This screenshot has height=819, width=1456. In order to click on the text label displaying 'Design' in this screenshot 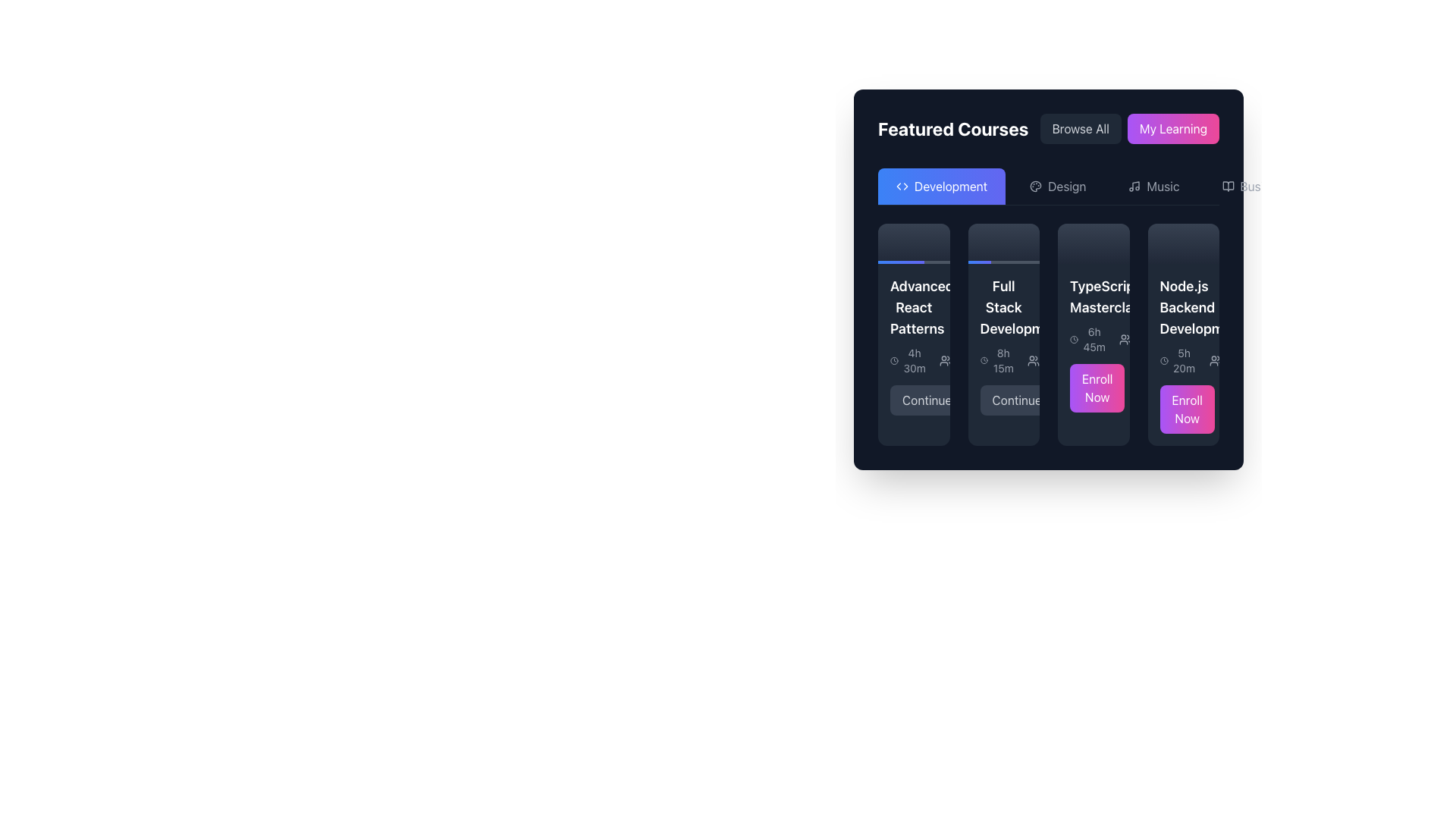, I will do `click(1066, 186)`.